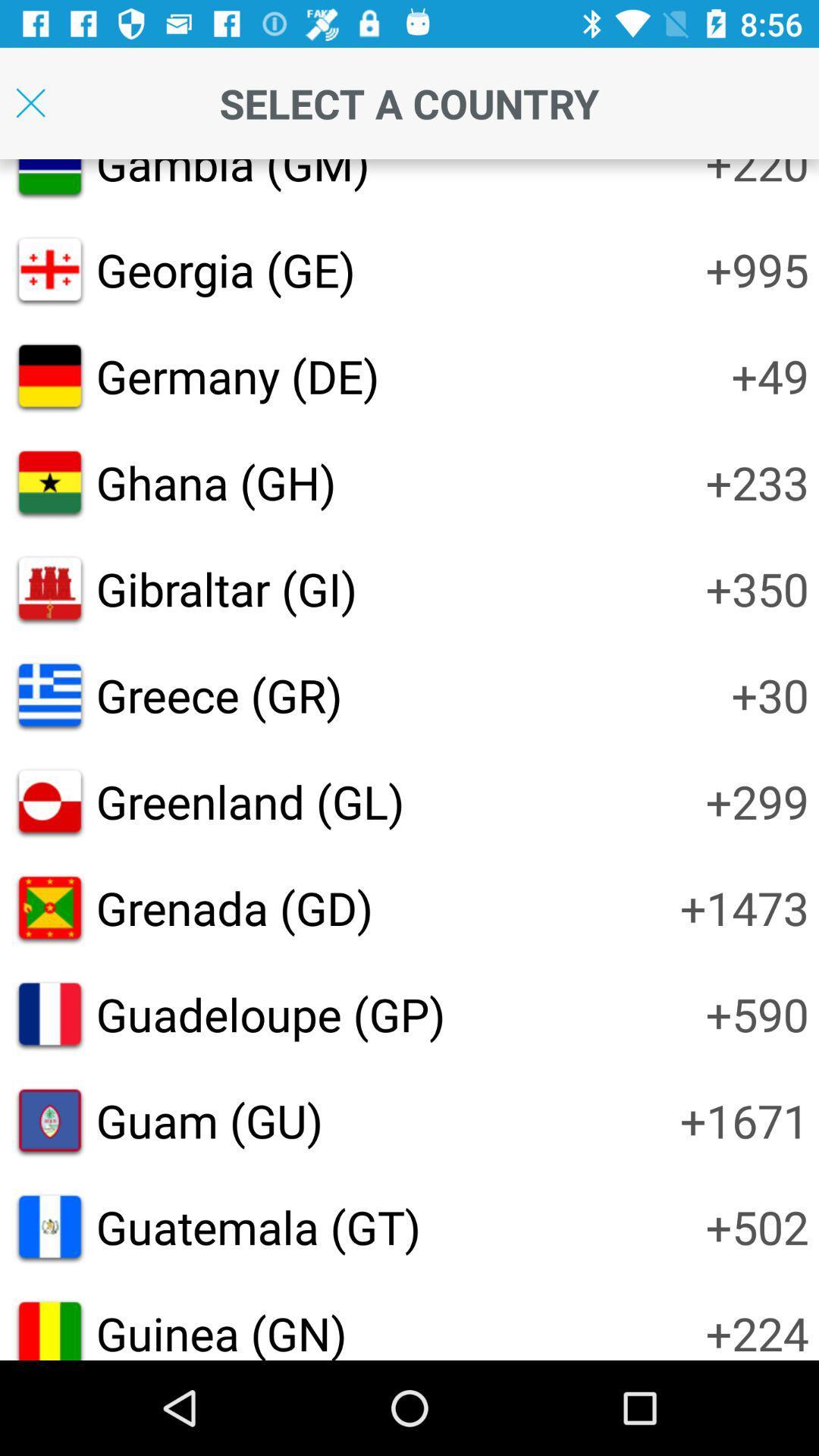  I want to click on icon next to guam (gu) item, so click(743, 1120).